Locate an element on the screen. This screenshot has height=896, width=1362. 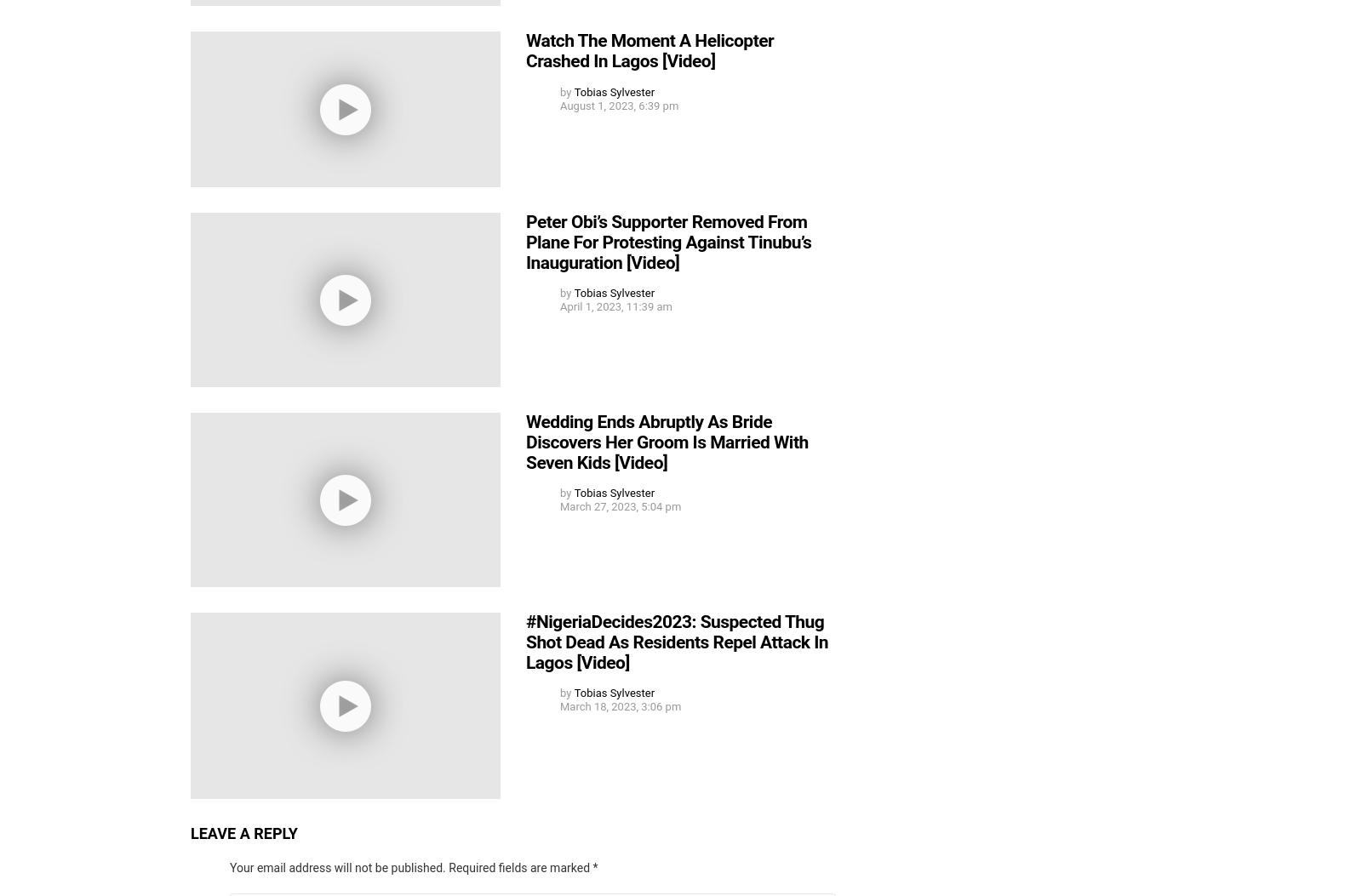
'Required fields are marked' is located at coordinates (520, 867).